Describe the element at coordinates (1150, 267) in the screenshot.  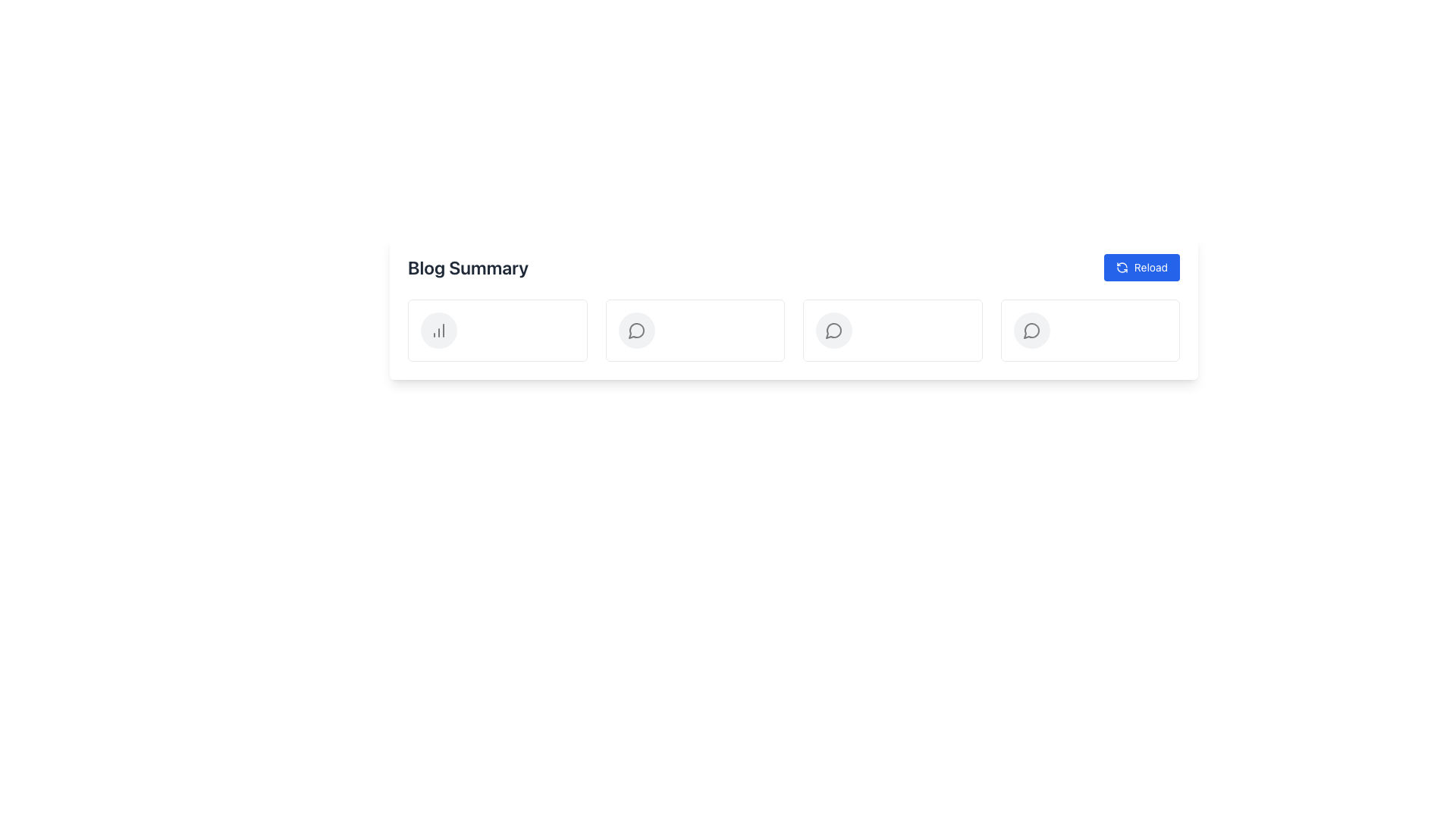
I see `the text label within the button located at the top-right corner of the 'Blog Summary' section` at that location.